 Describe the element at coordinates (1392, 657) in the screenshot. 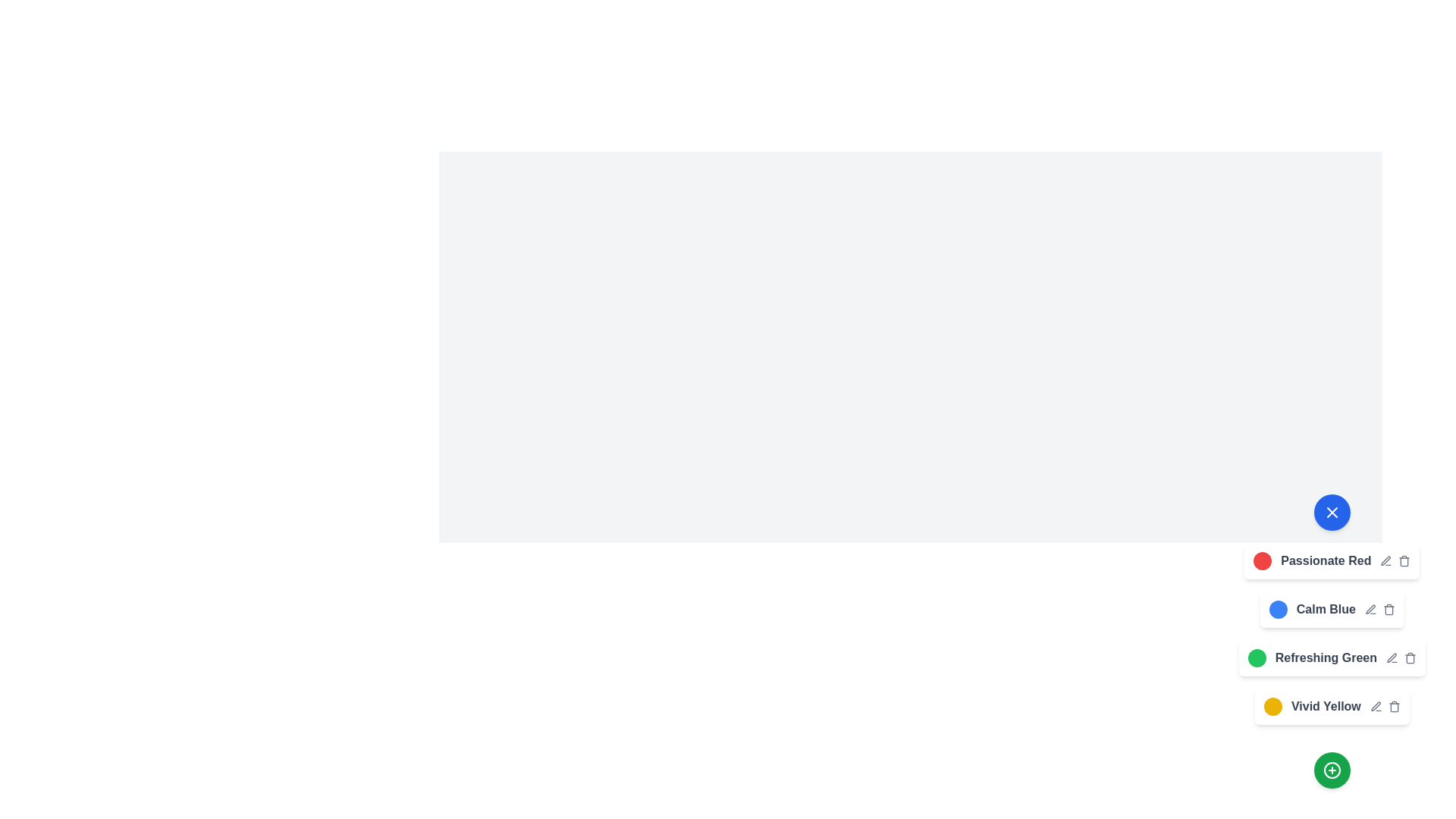

I see `edit button next to the color theme named Refreshing Green` at that location.